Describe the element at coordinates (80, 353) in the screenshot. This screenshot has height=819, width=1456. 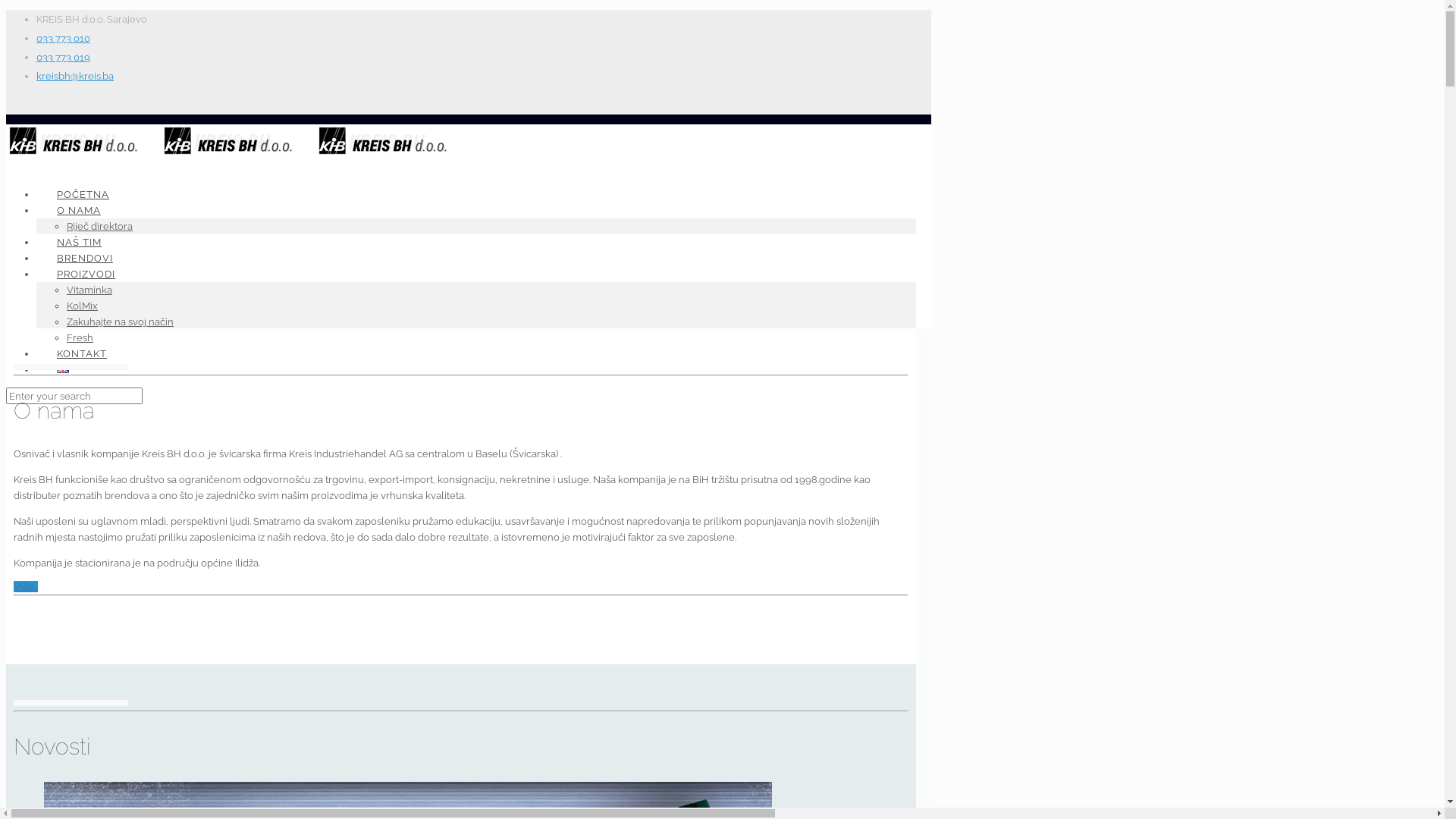
I see `'KONTAKT'` at that location.